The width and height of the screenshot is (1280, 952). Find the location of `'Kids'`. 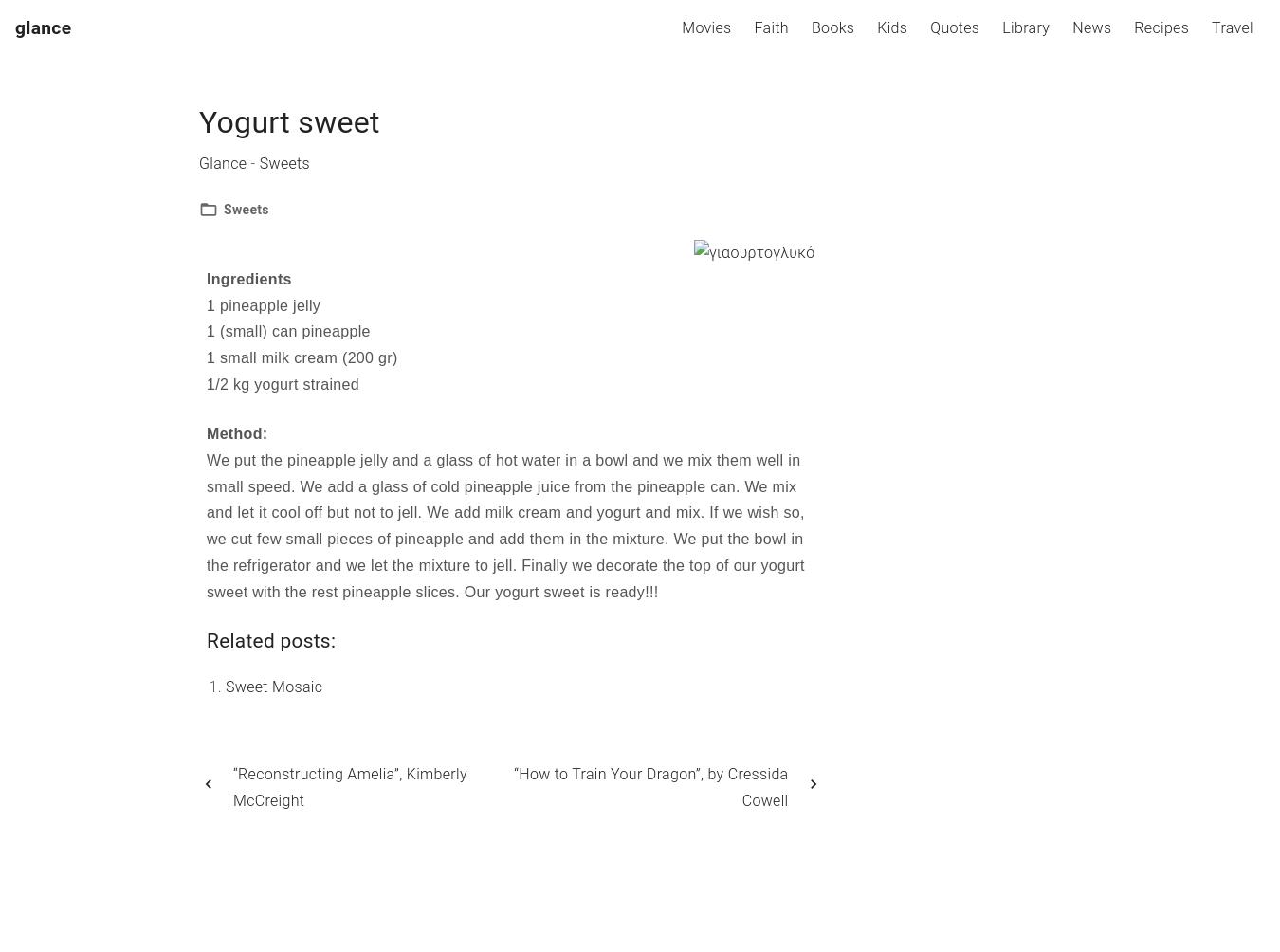

'Kids' is located at coordinates (890, 27).